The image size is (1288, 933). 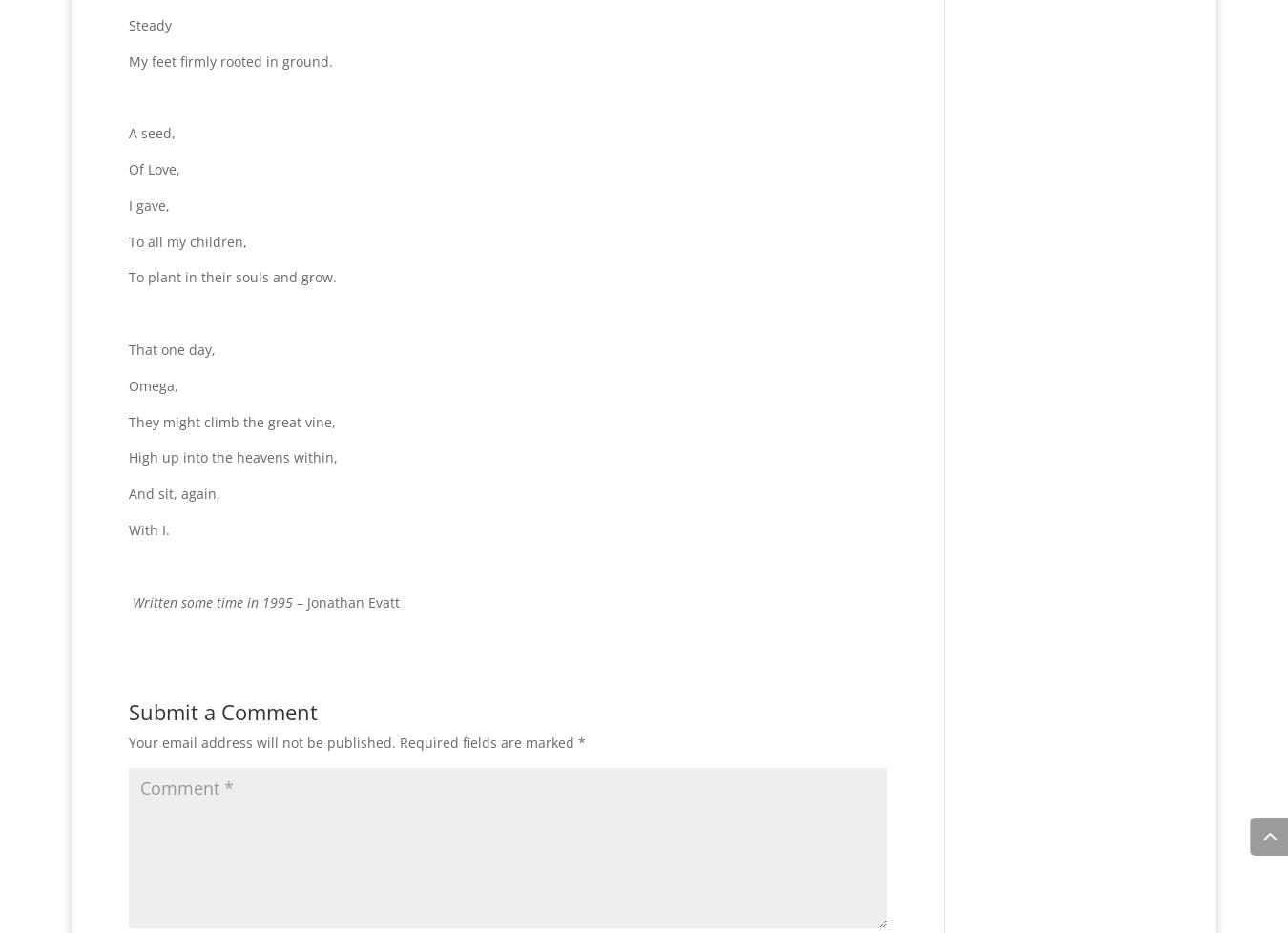 What do you see at coordinates (129, 529) in the screenshot?
I see `'With I.'` at bounding box center [129, 529].